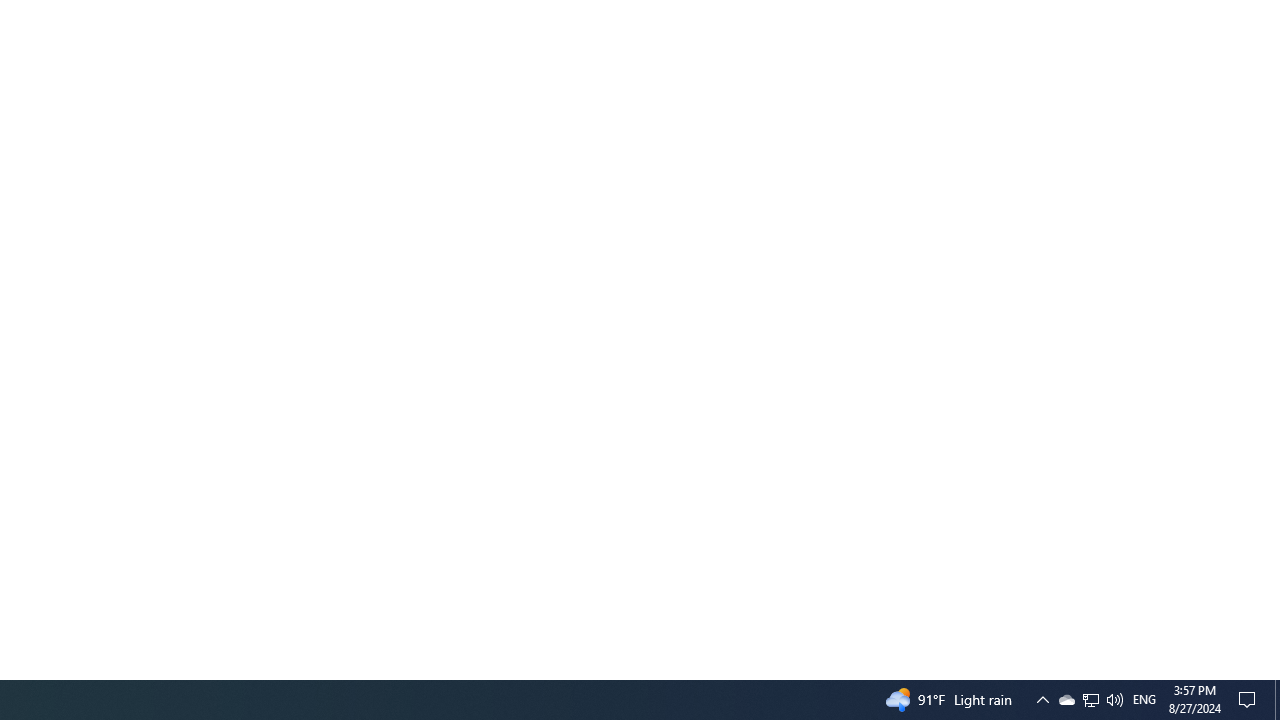 Image resolution: width=1280 pixels, height=720 pixels. What do you see at coordinates (1089, 698) in the screenshot?
I see `'User Promoted Notification Area'` at bounding box center [1089, 698].